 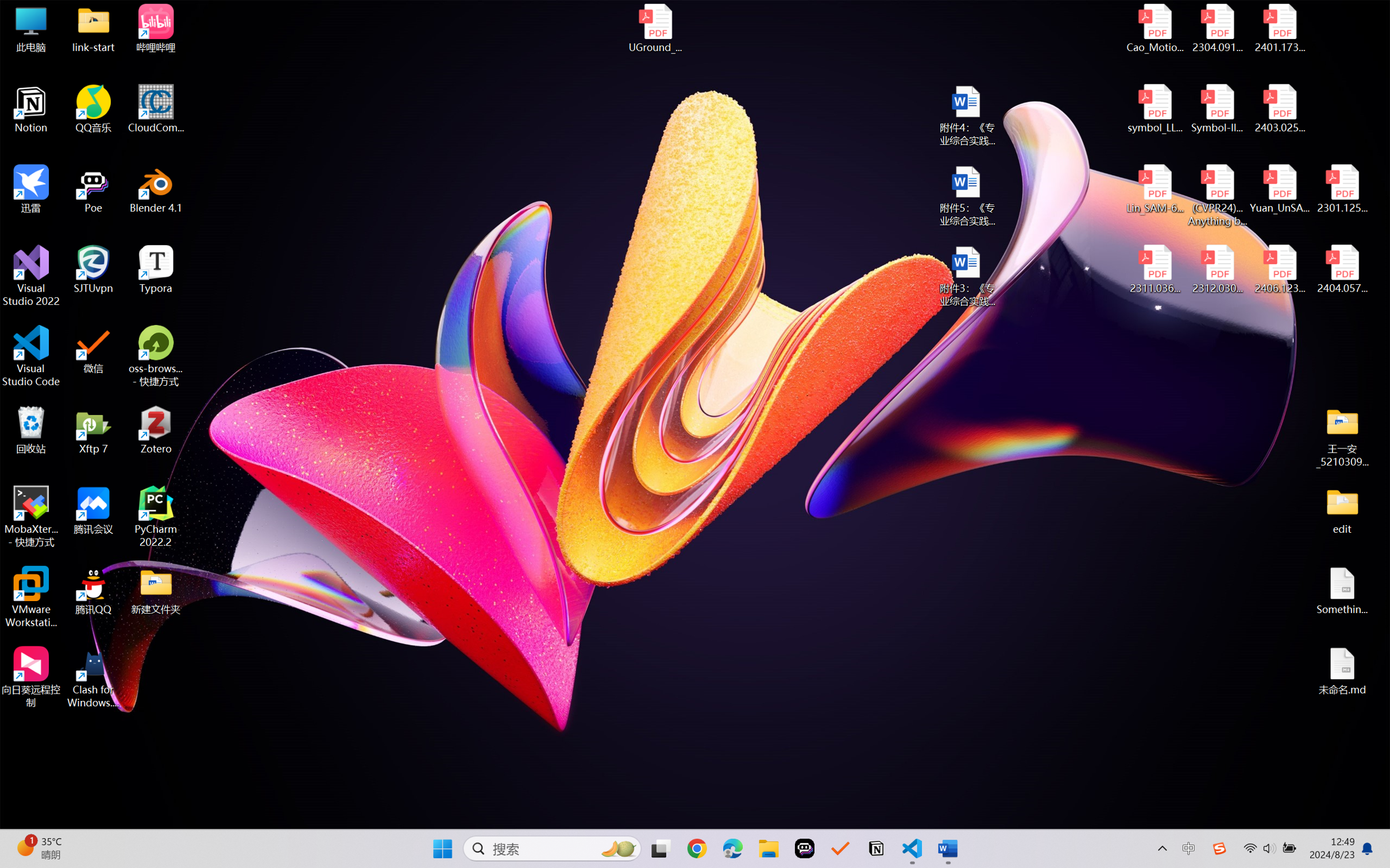 What do you see at coordinates (1155, 109) in the screenshot?
I see `'symbol_LLM.pdf'` at bounding box center [1155, 109].